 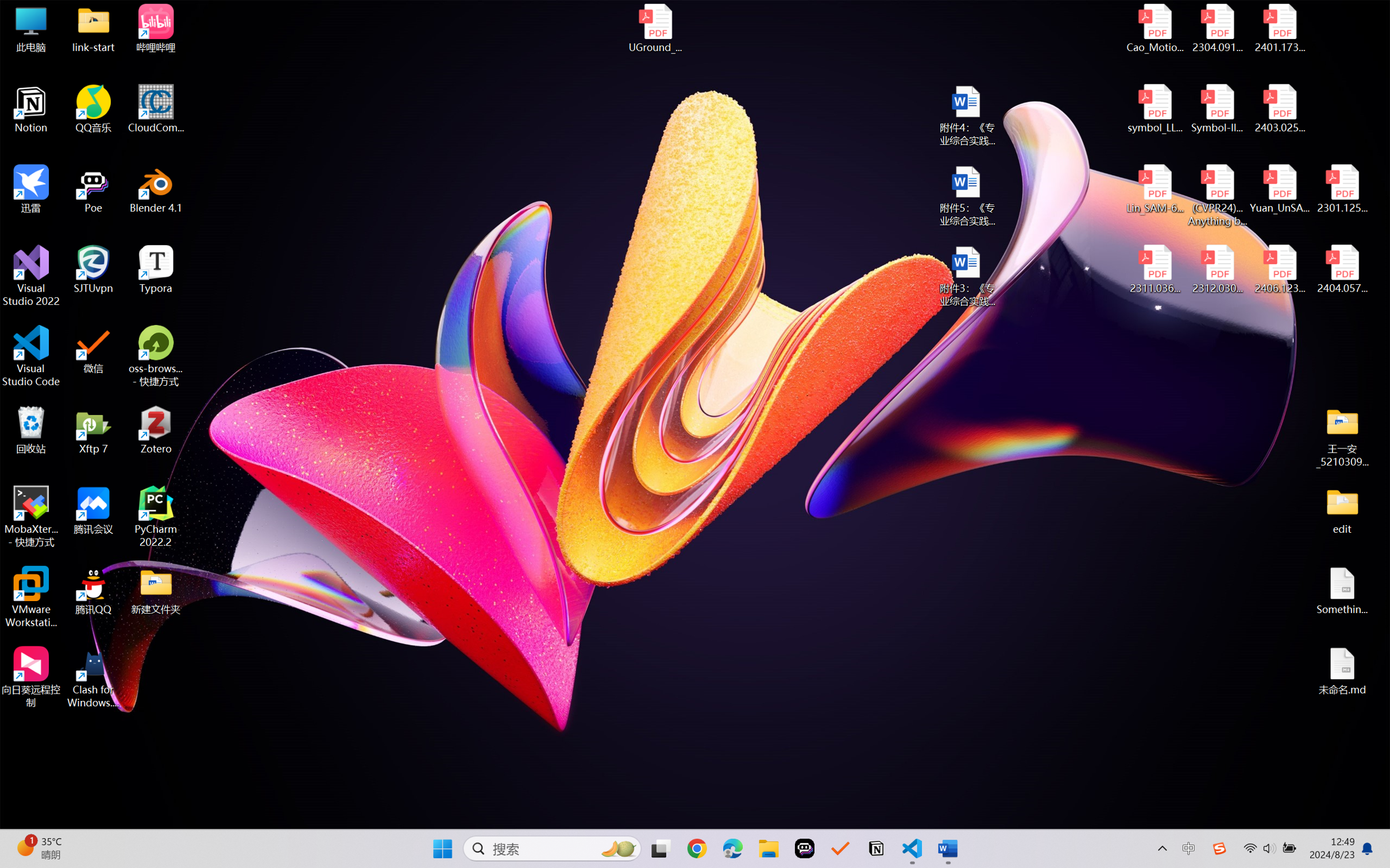 What do you see at coordinates (1155, 109) in the screenshot?
I see `'symbol_LLM.pdf'` at bounding box center [1155, 109].